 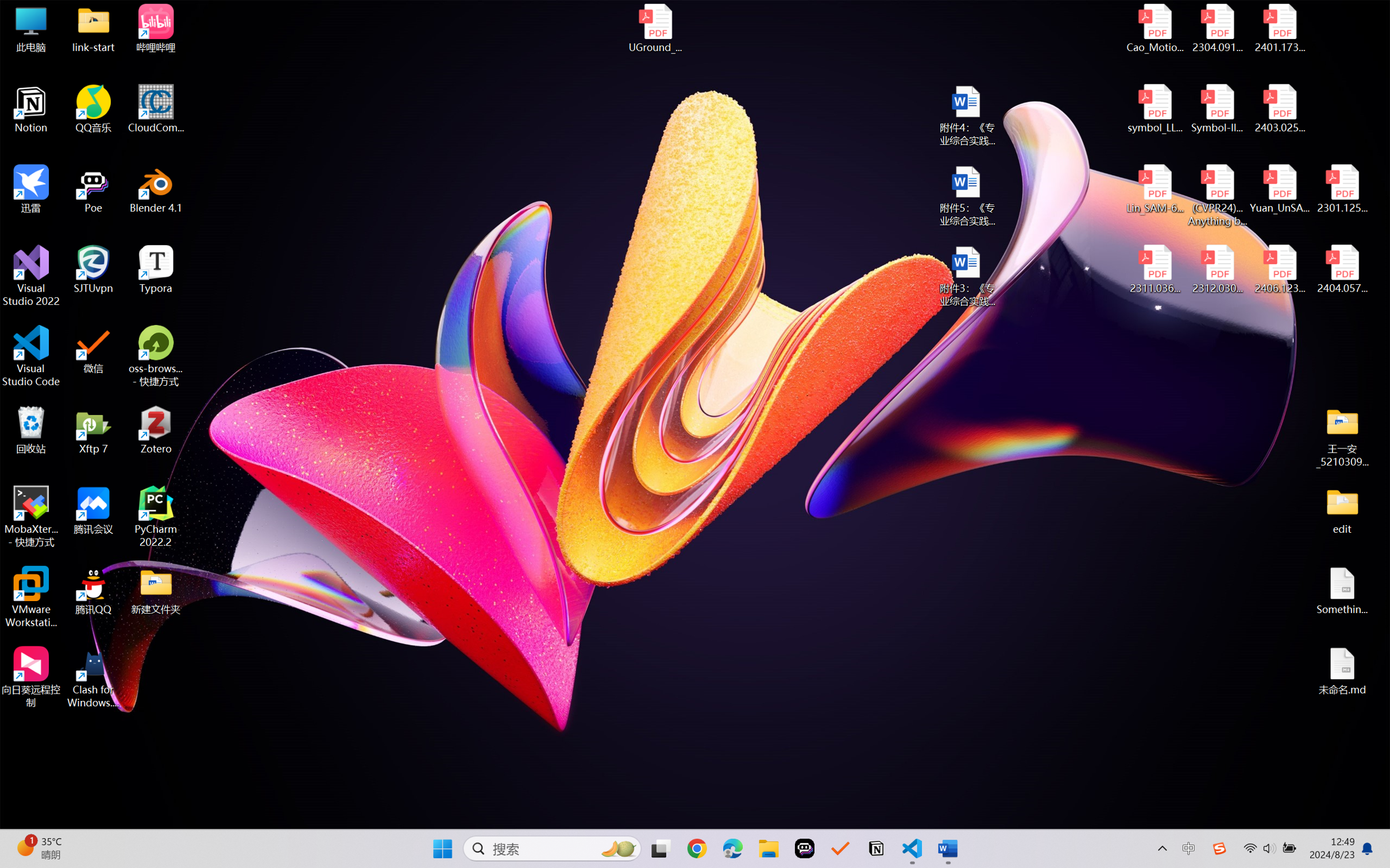 What do you see at coordinates (1155, 109) in the screenshot?
I see `'symbol_LLM.pdf'` at bounding box center [1155, 109].